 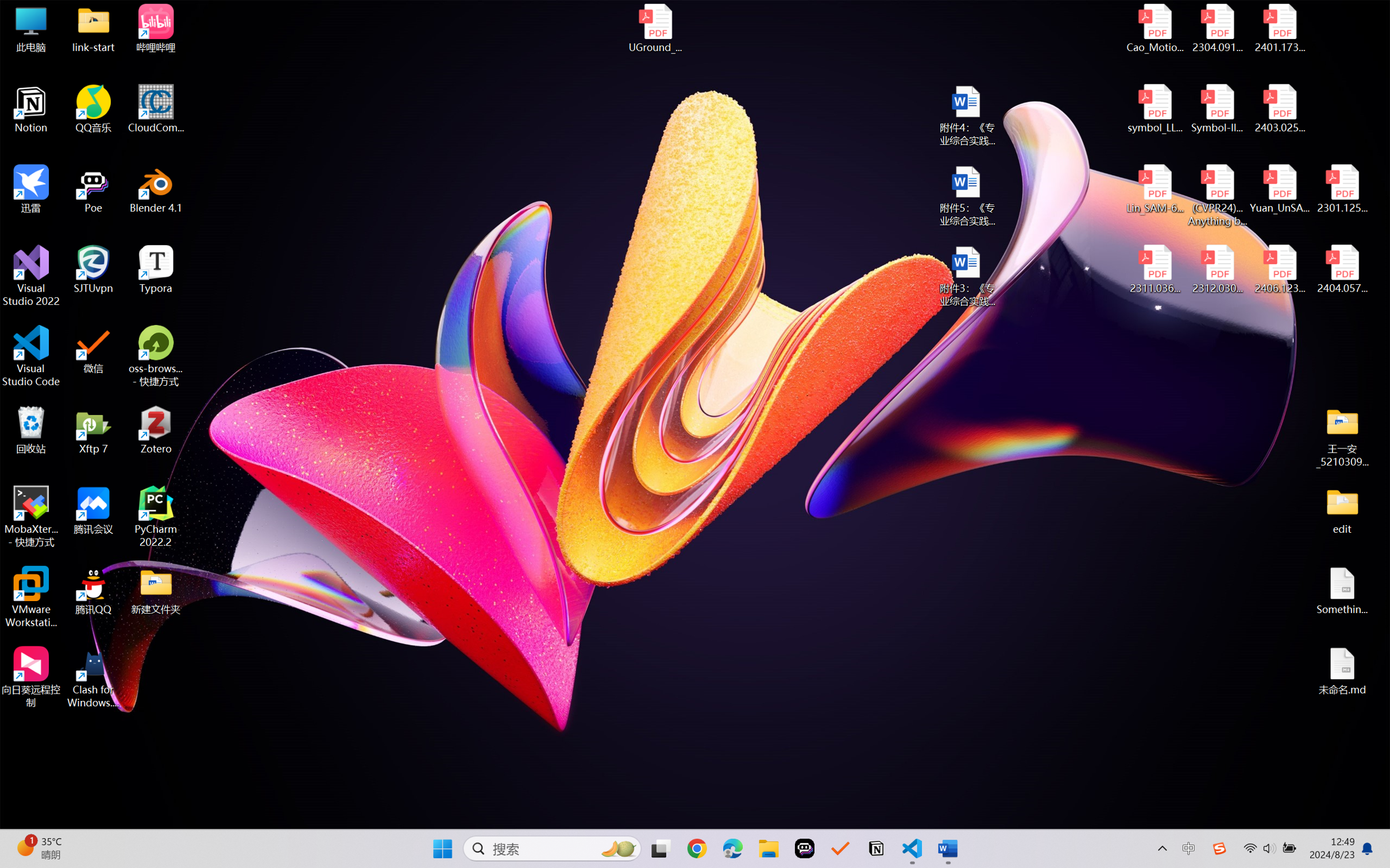 What do you see at coordinates (1155, 109) in the screenshot?
I see `'symbol_LLM.pdf'` at bounding box center [1155, 109].